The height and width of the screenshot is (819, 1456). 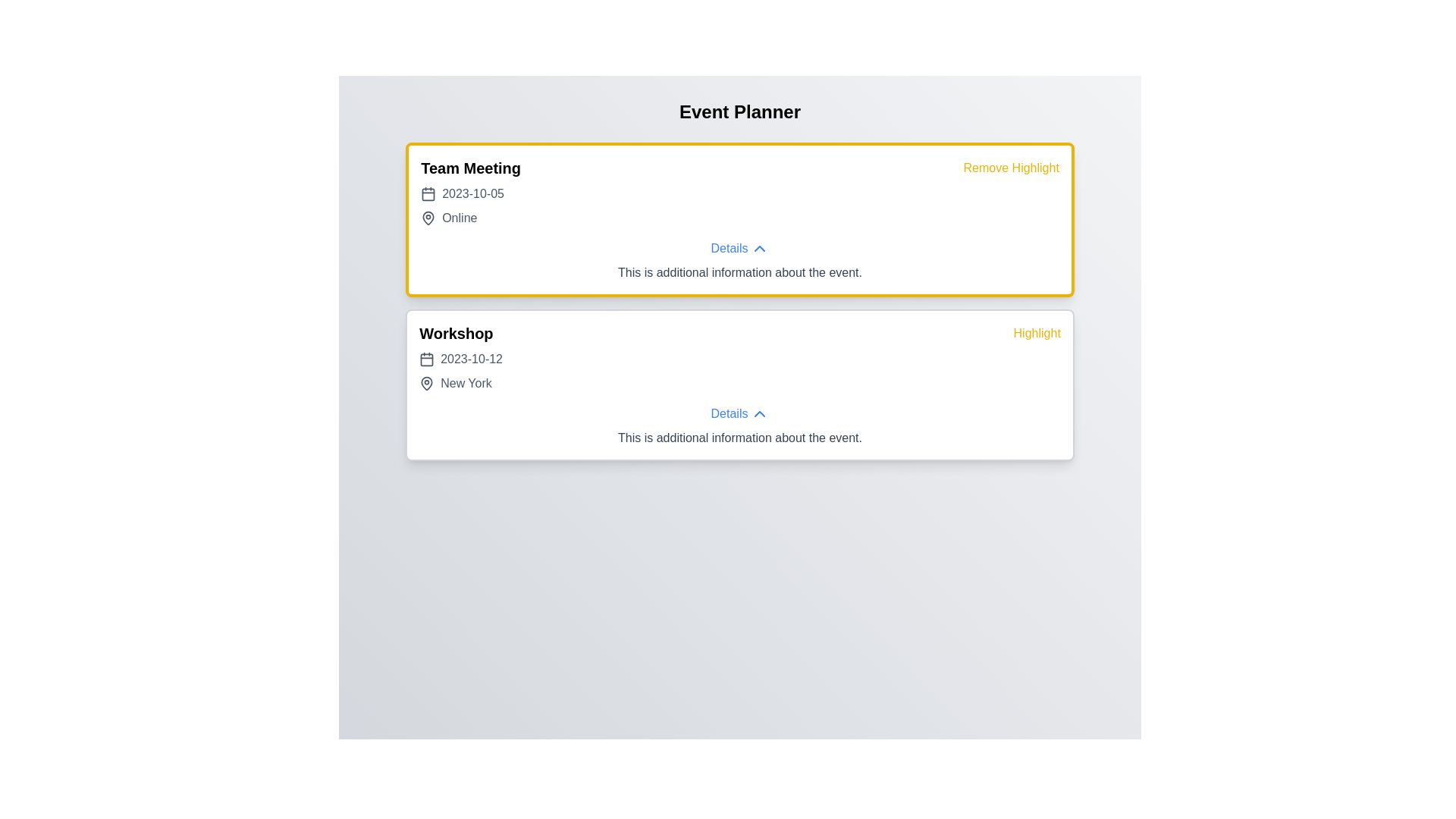 What do you see at coordinates (428, 193) in the screenshot?
I see `the decorative graphical background of the calendar icon, which is centrally located within the icon group next to the '2023-10-05' text label under the 'Team Meeting' title in the first event card` at bounding box center [428, 193].